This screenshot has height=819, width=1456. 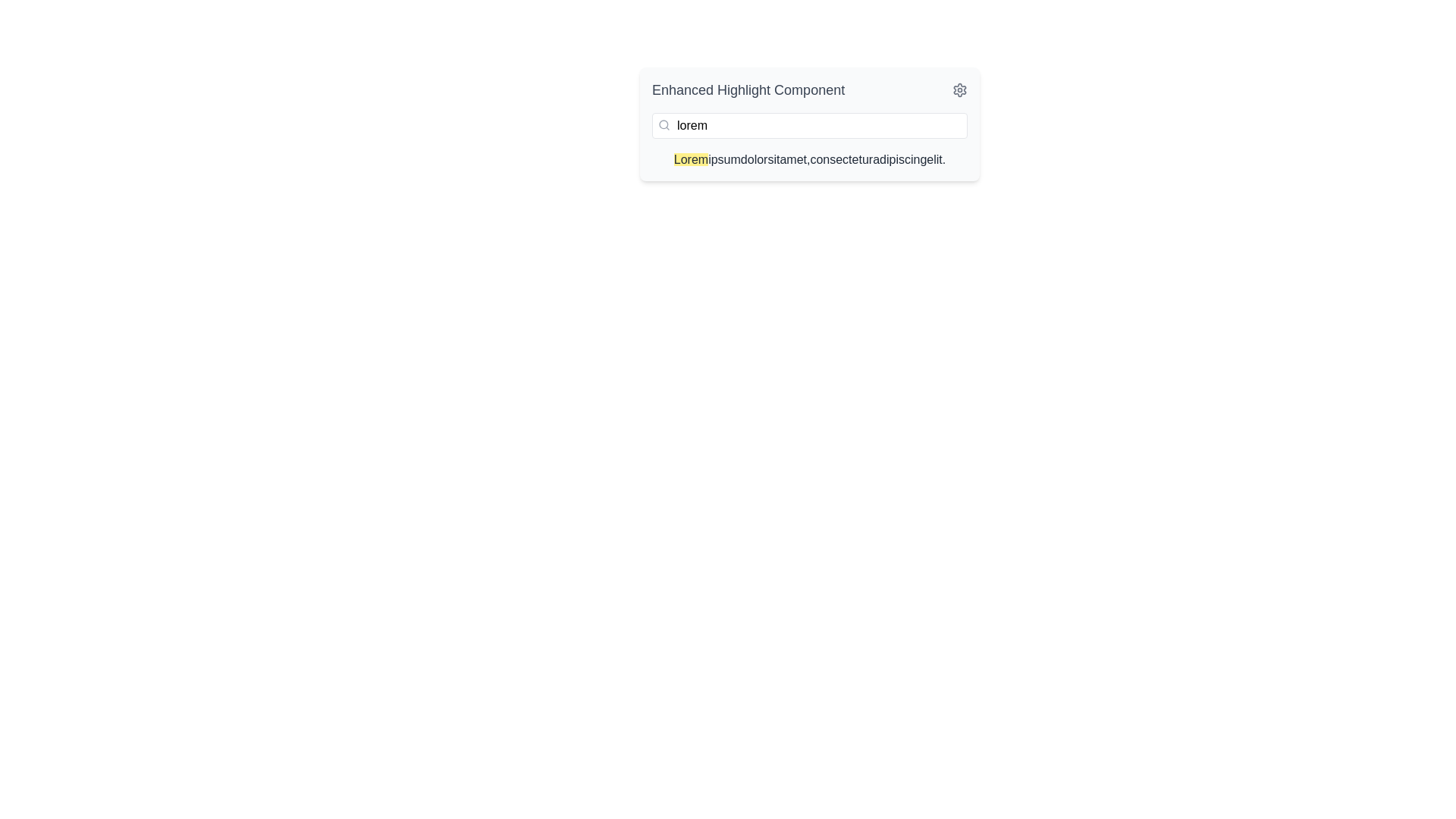 What do you see at coordinates (809, 160) in the screenshot?
I see `the text block displaying 'Lorem ipsum dolor sit amet, consectetur adipiscing elit.' which is bold and dark-gray with 'Lorem' highlighted in yellow, located at the bottom of the 'Enhanced Highlight Component' card` at bounding box center [809, 160].